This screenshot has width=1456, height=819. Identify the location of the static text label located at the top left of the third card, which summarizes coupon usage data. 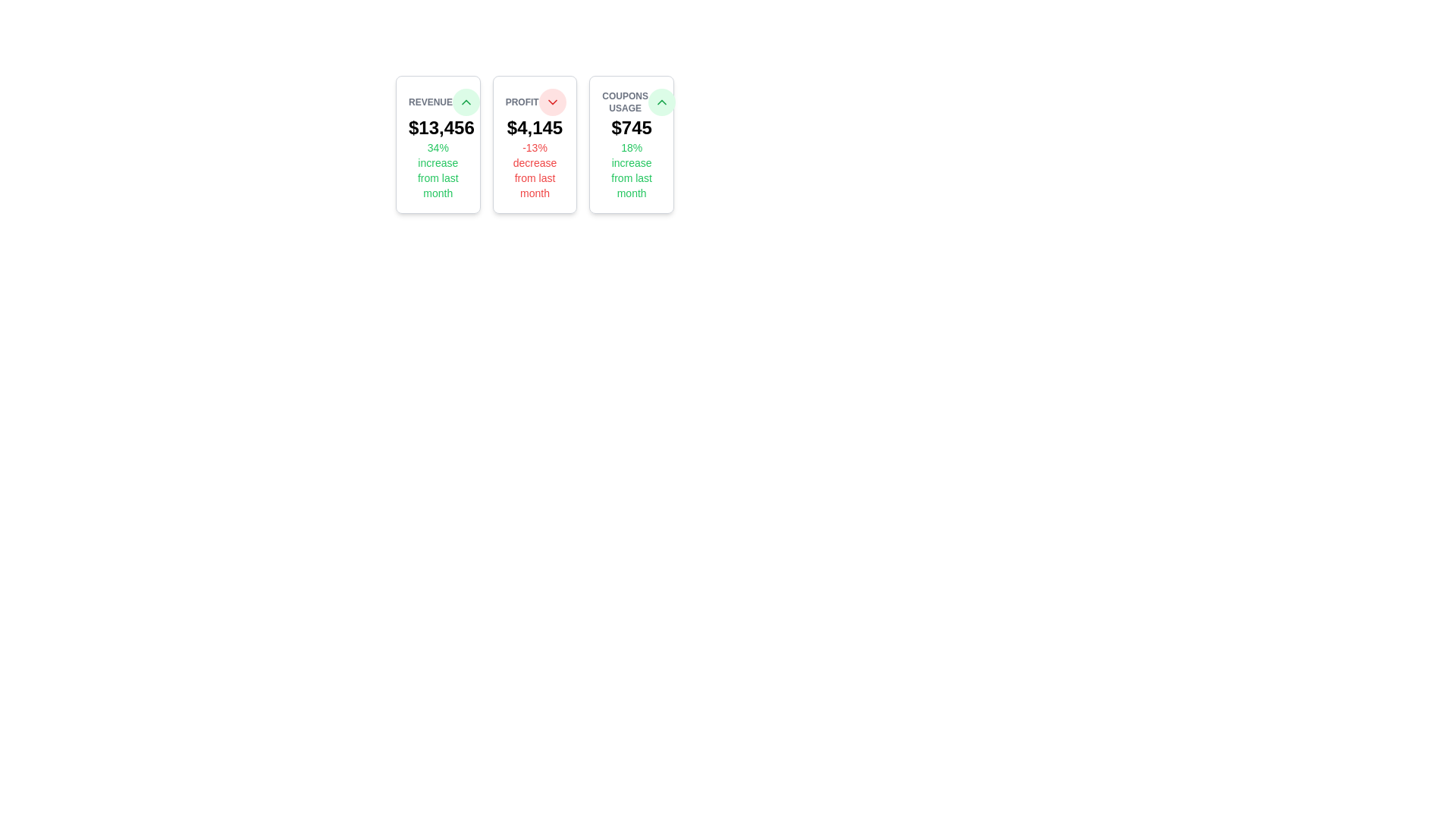
(625, 102).